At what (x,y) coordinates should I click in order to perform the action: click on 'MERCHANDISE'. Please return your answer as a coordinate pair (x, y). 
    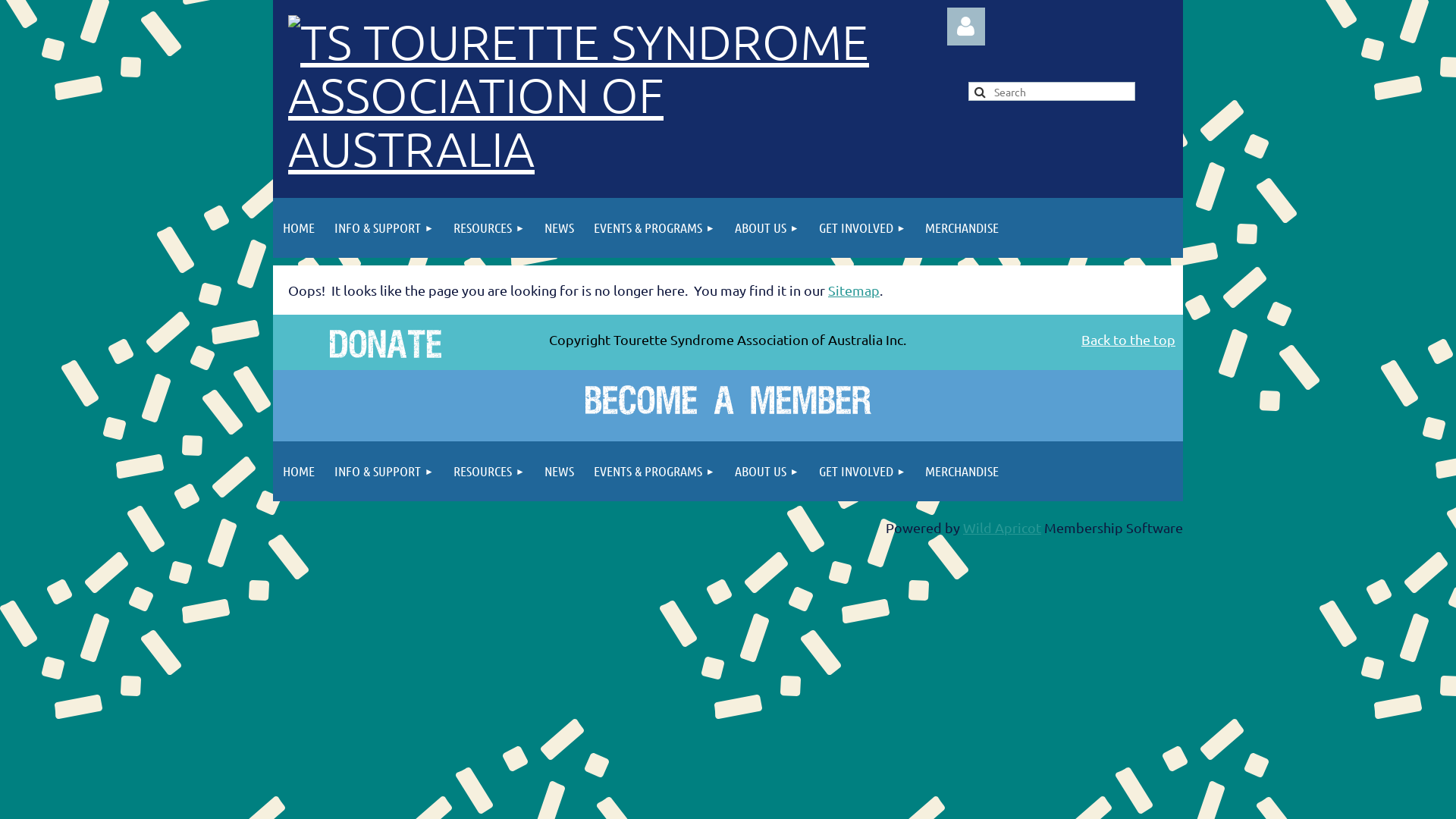
    Looking at the image, I should click on (961, 227).